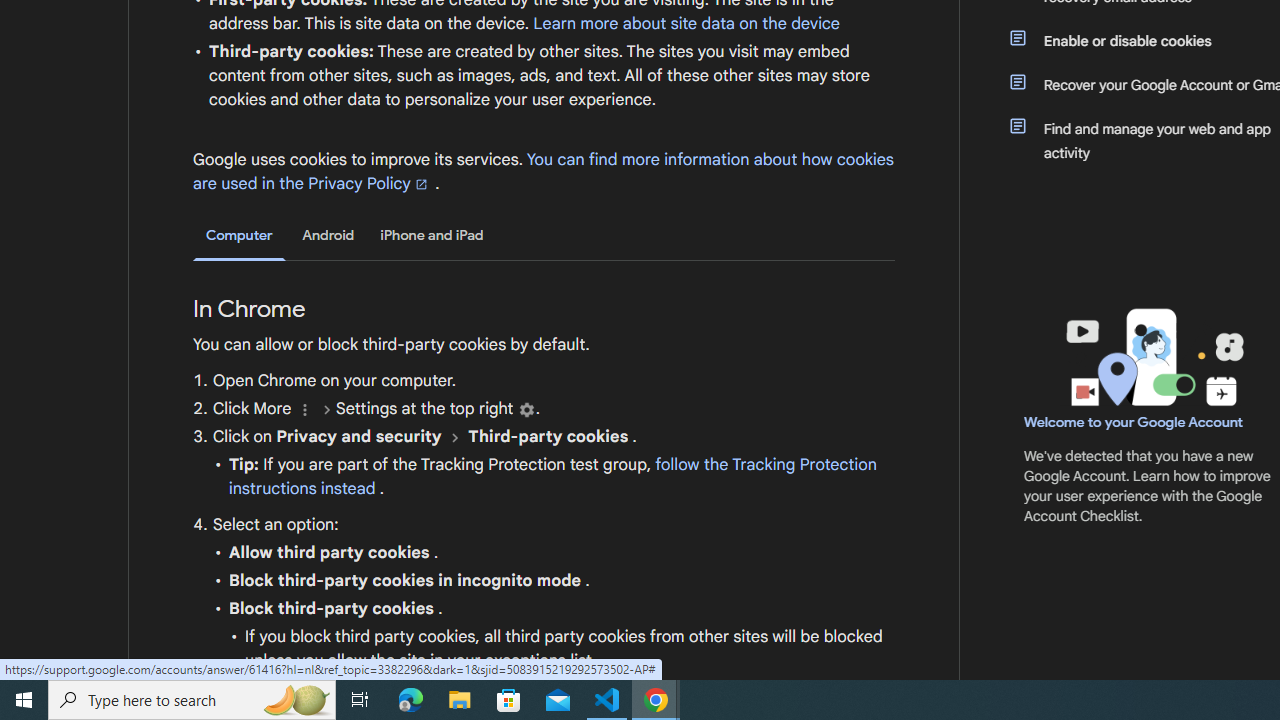 The height and width of the screenshot is (720, 1280). Describe the element at coordinates (1134, 421) in the screenshot. I see `'Welcome to your Google Account'` at that location.